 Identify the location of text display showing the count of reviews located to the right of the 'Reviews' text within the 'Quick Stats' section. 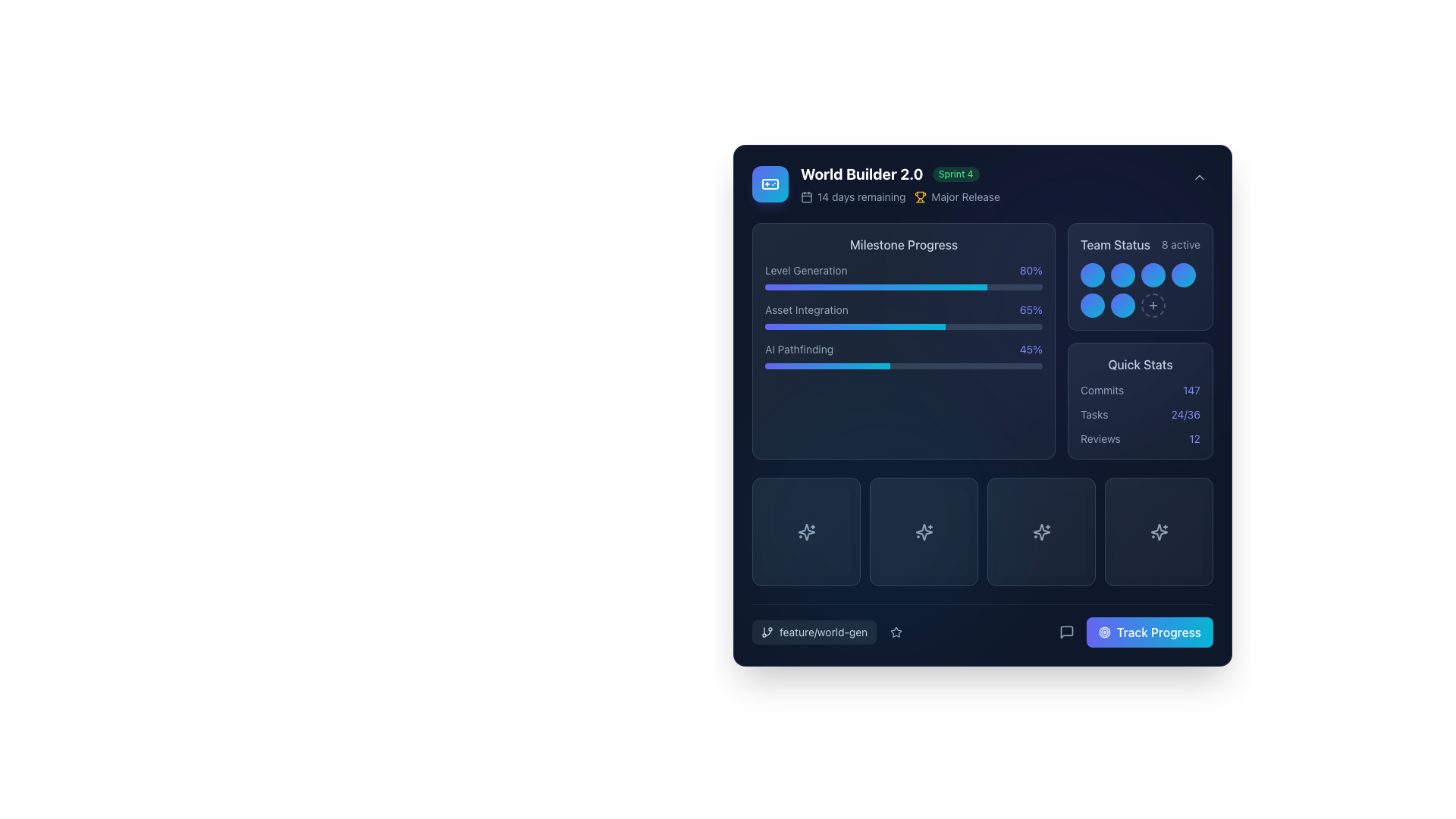
(1194, 438).